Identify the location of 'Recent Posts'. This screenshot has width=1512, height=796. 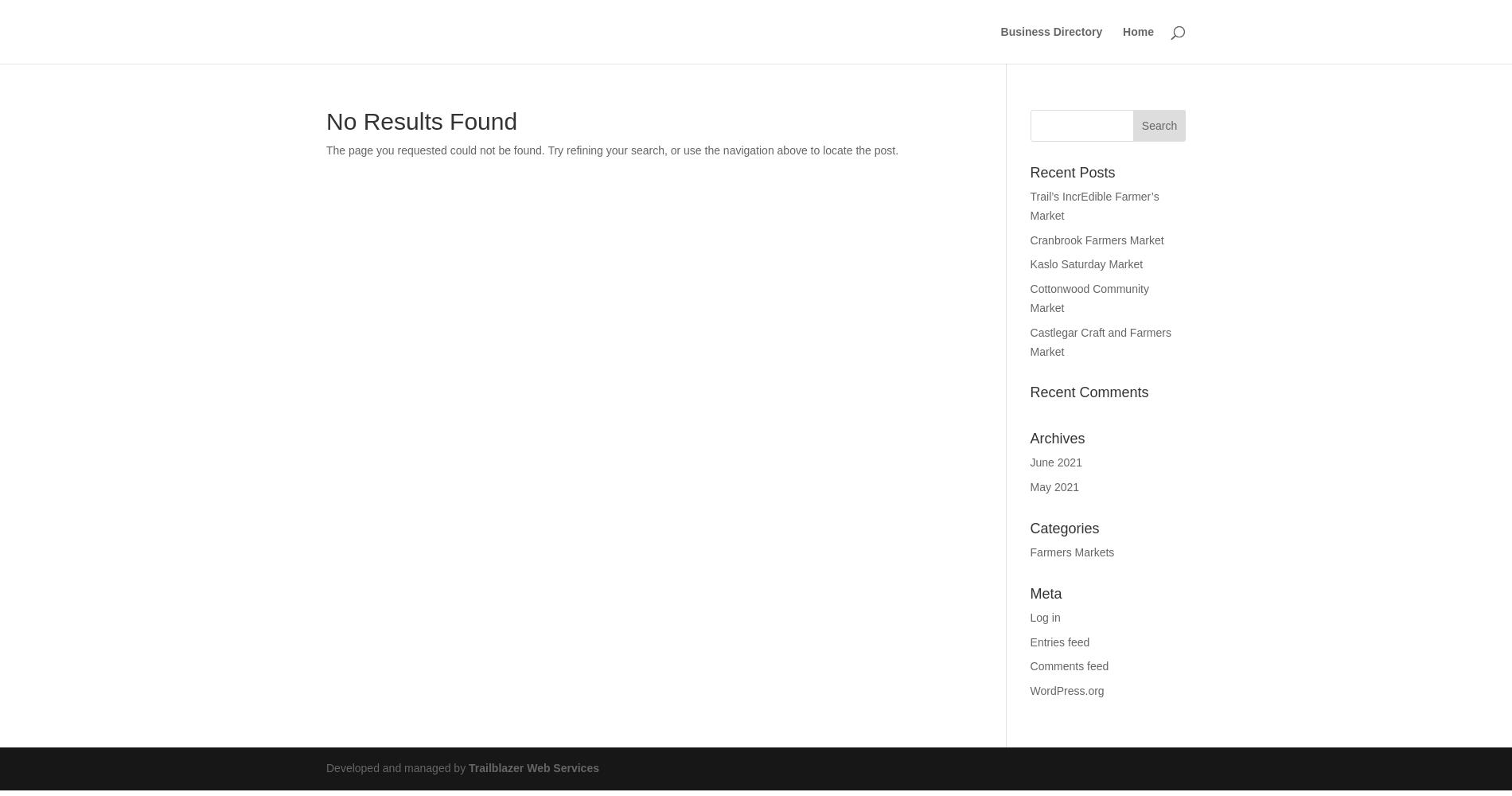
(1071, 172).